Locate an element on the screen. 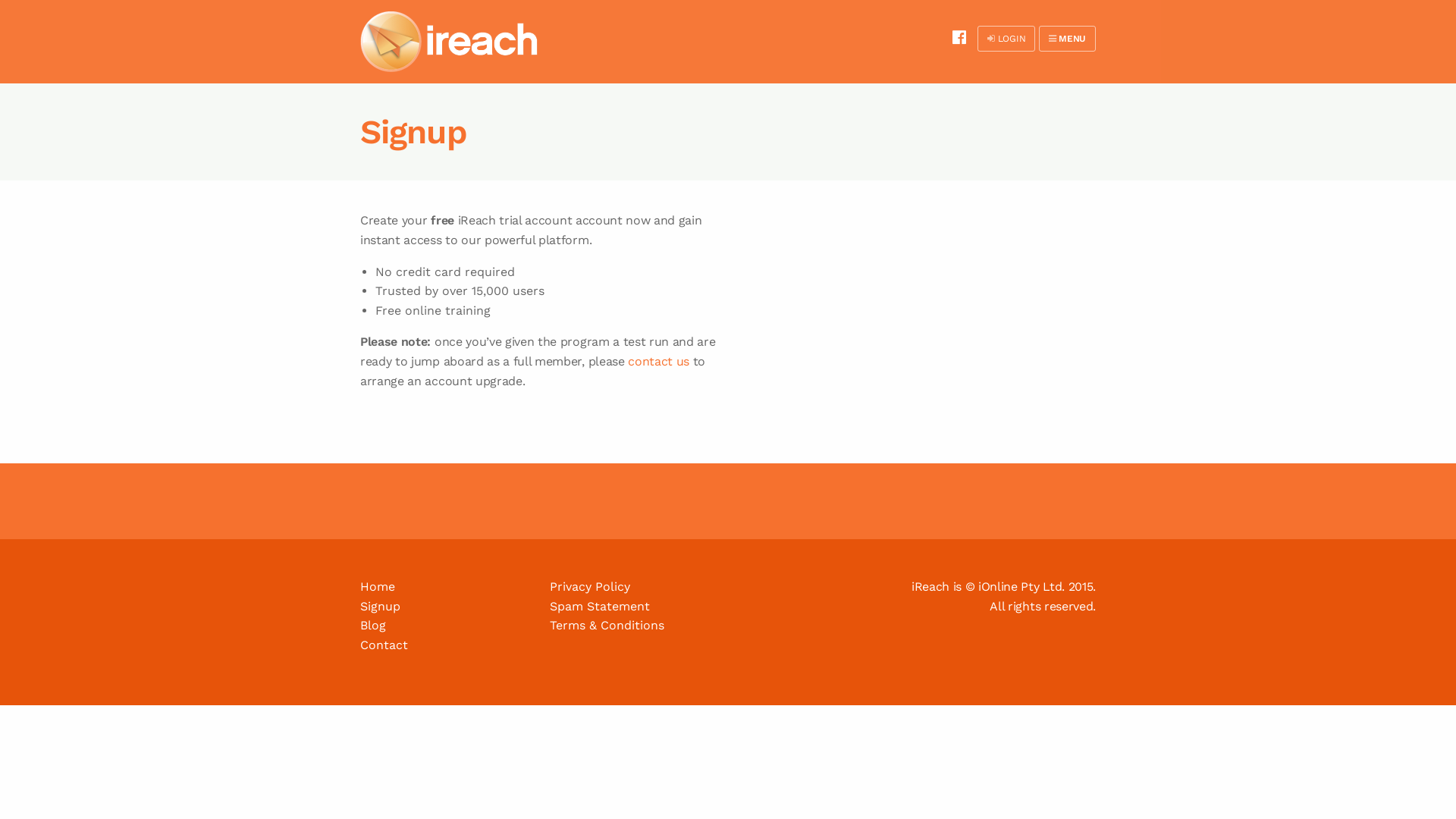 The image size is (1456, 819). 'contact us' is located at coordinates (658, 361).